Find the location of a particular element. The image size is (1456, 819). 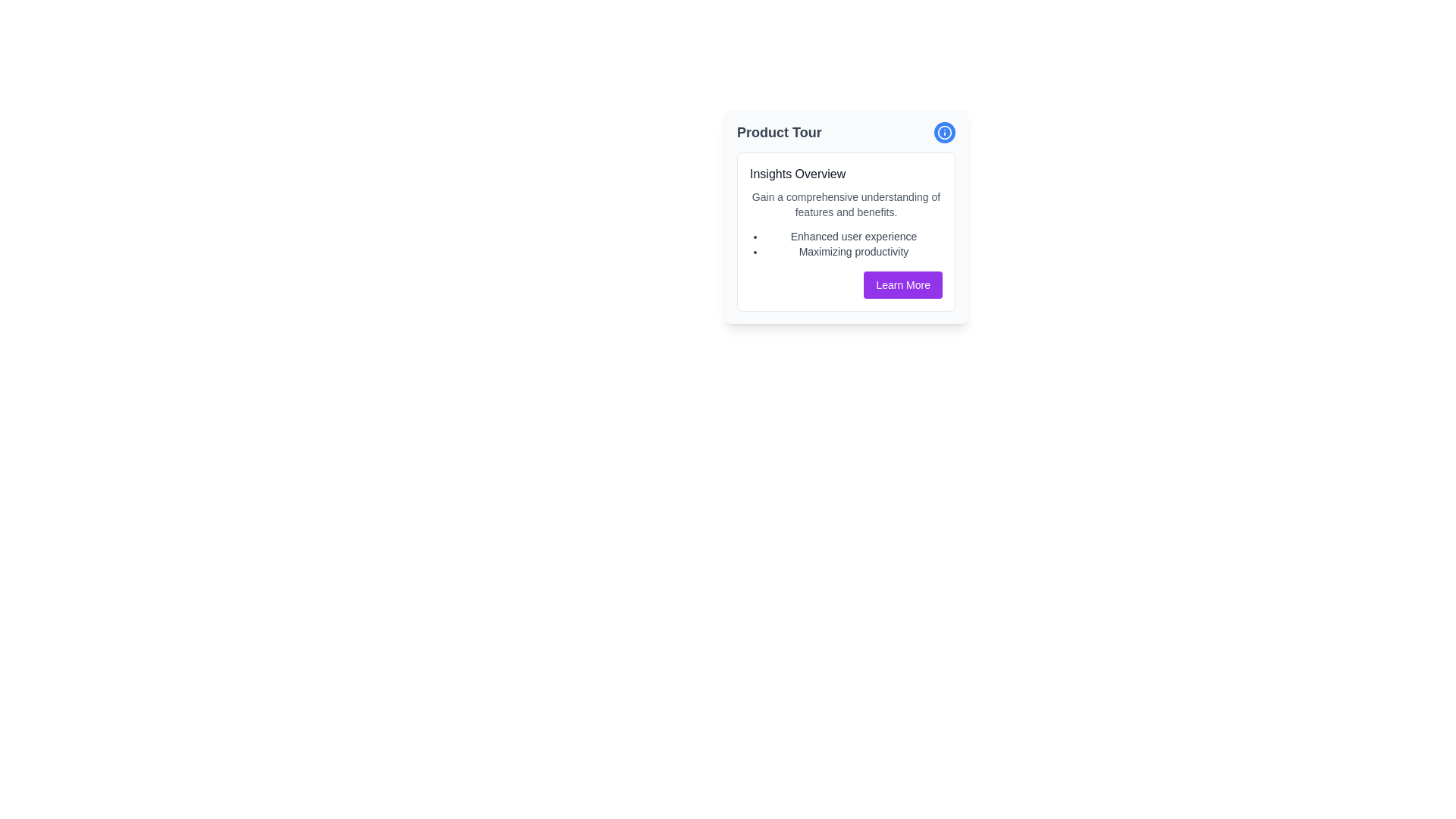

text label displaying 'Maximizing productivity' located below the item 'Enhanced user experience' in the 'Insights Overview' box is located at coordinates (854, 250).